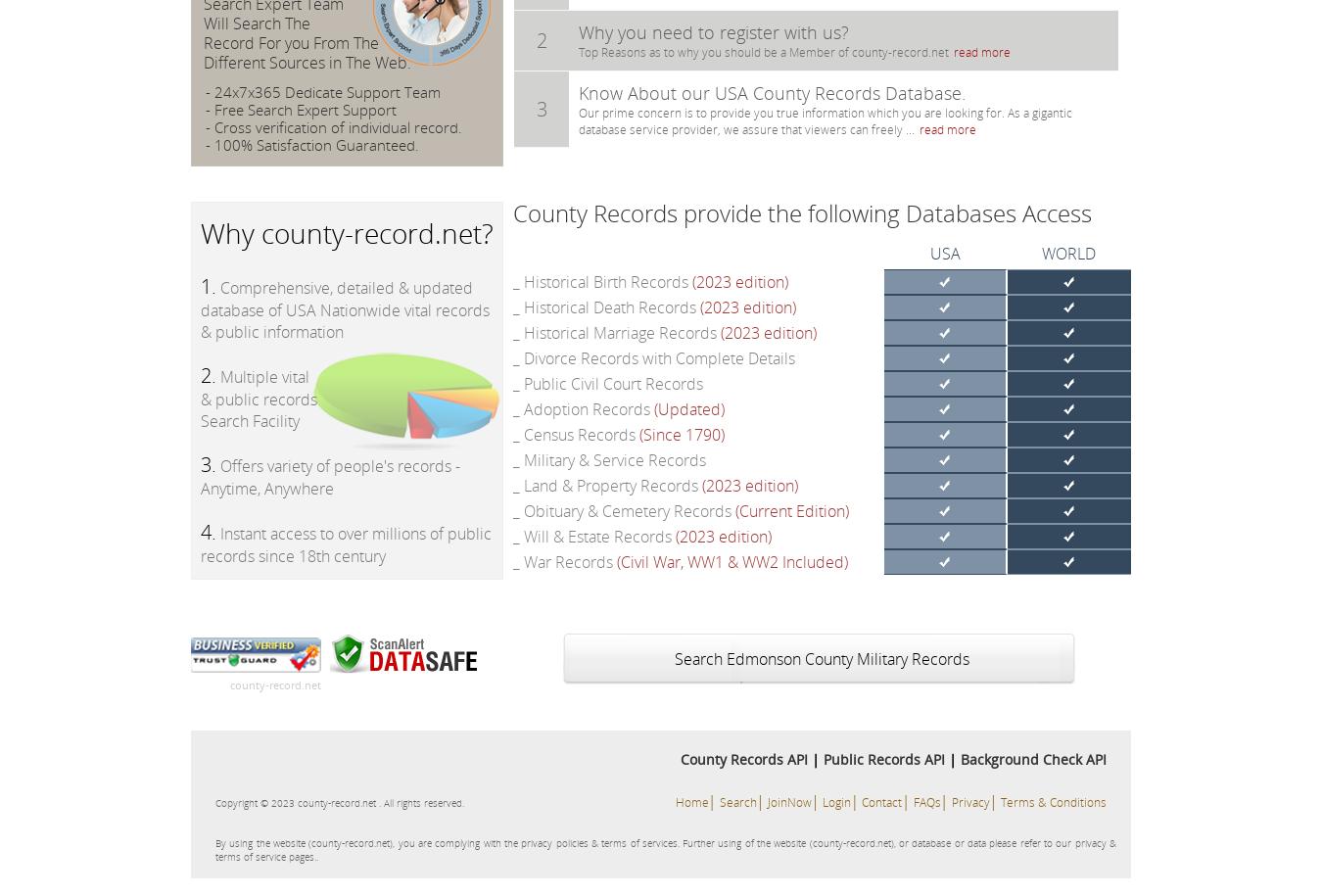 Image resolution: width=1322 pixels, height=896 pixels. Describe the element at coordinates (608, 382) in the screenshot. I see `'_ Public Civil Court Records'` at that location.